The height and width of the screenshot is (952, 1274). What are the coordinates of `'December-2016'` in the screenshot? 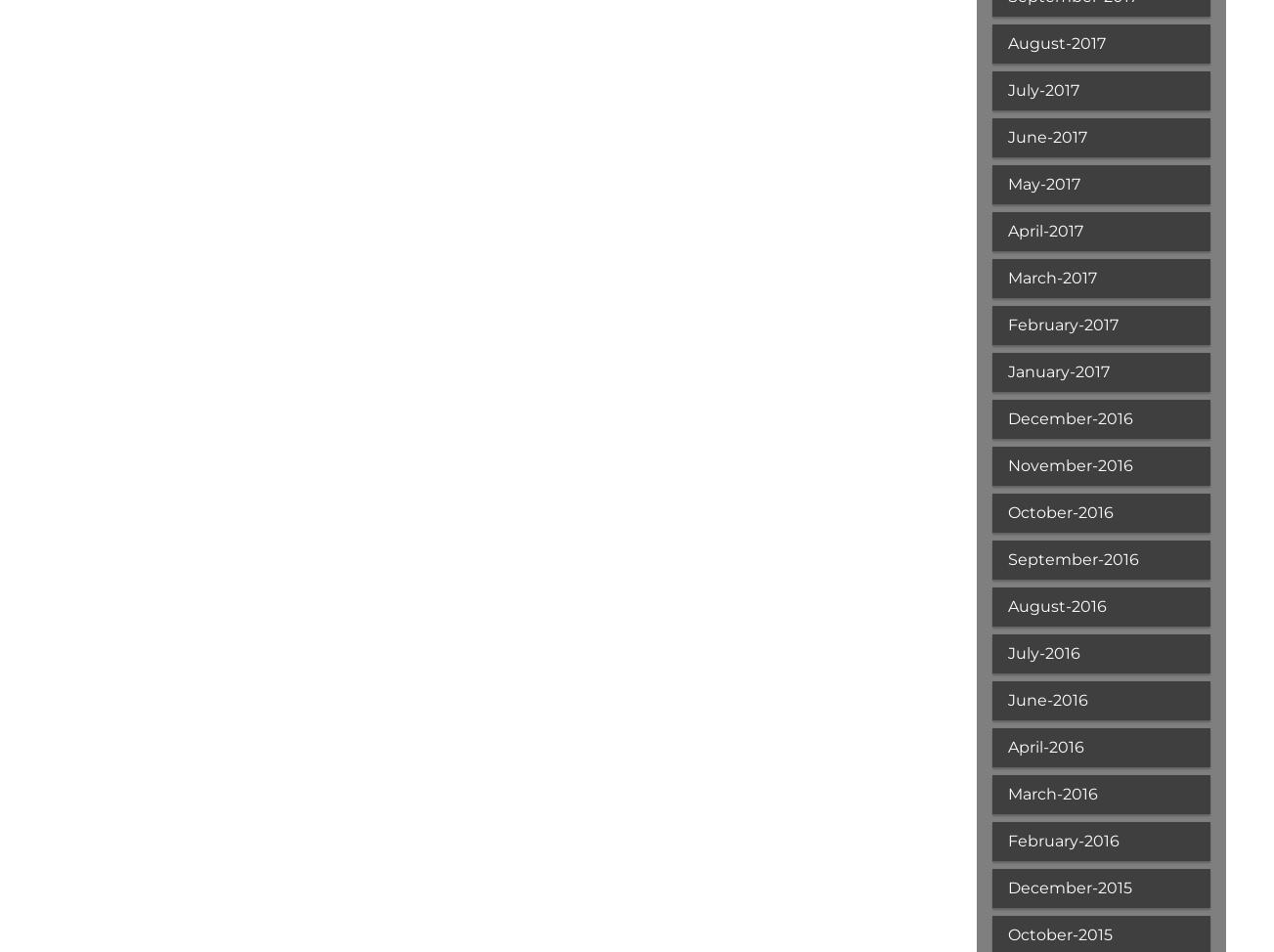 It's located at (1068, 417).